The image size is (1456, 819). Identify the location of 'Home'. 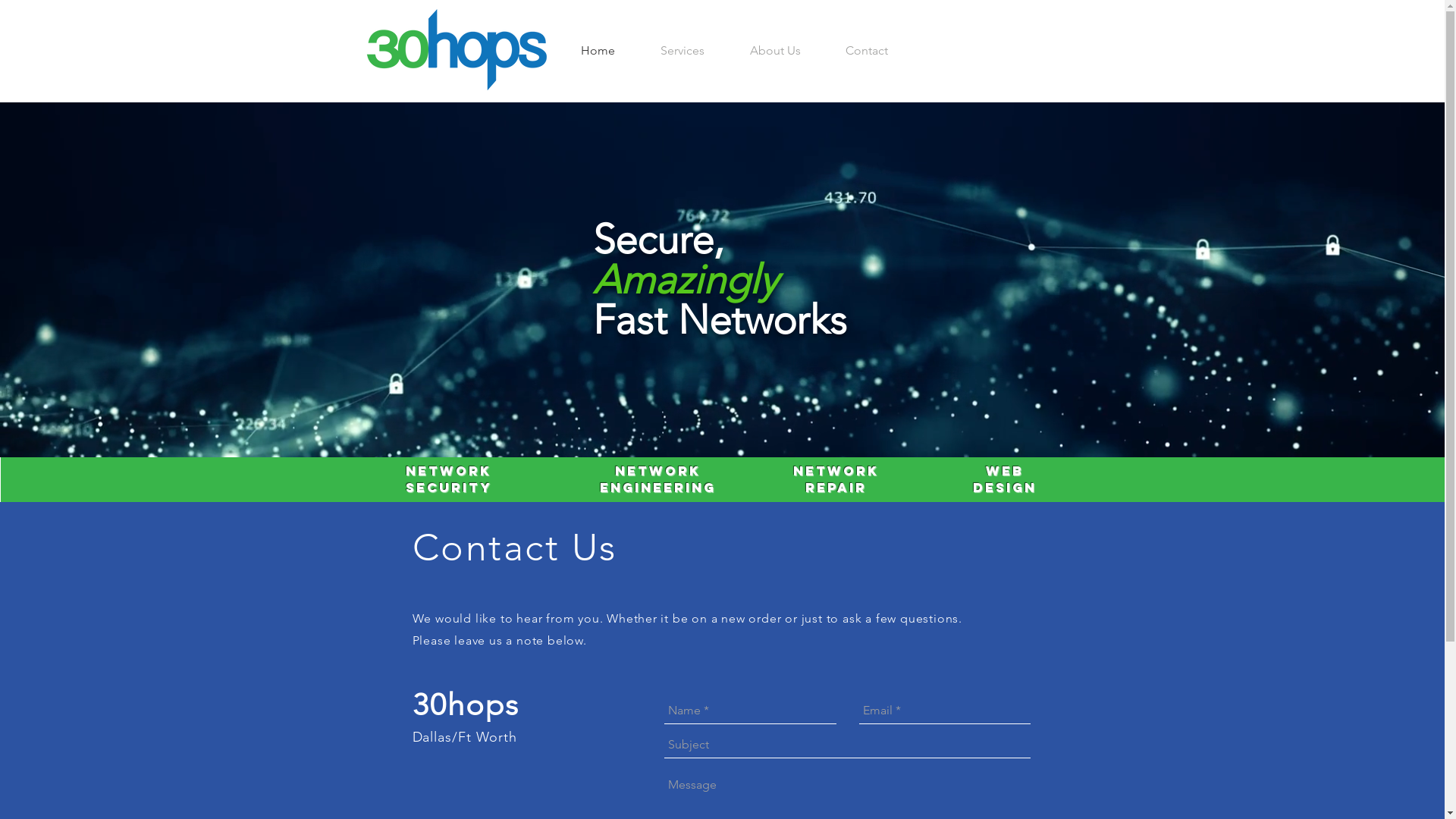
(597, 49).